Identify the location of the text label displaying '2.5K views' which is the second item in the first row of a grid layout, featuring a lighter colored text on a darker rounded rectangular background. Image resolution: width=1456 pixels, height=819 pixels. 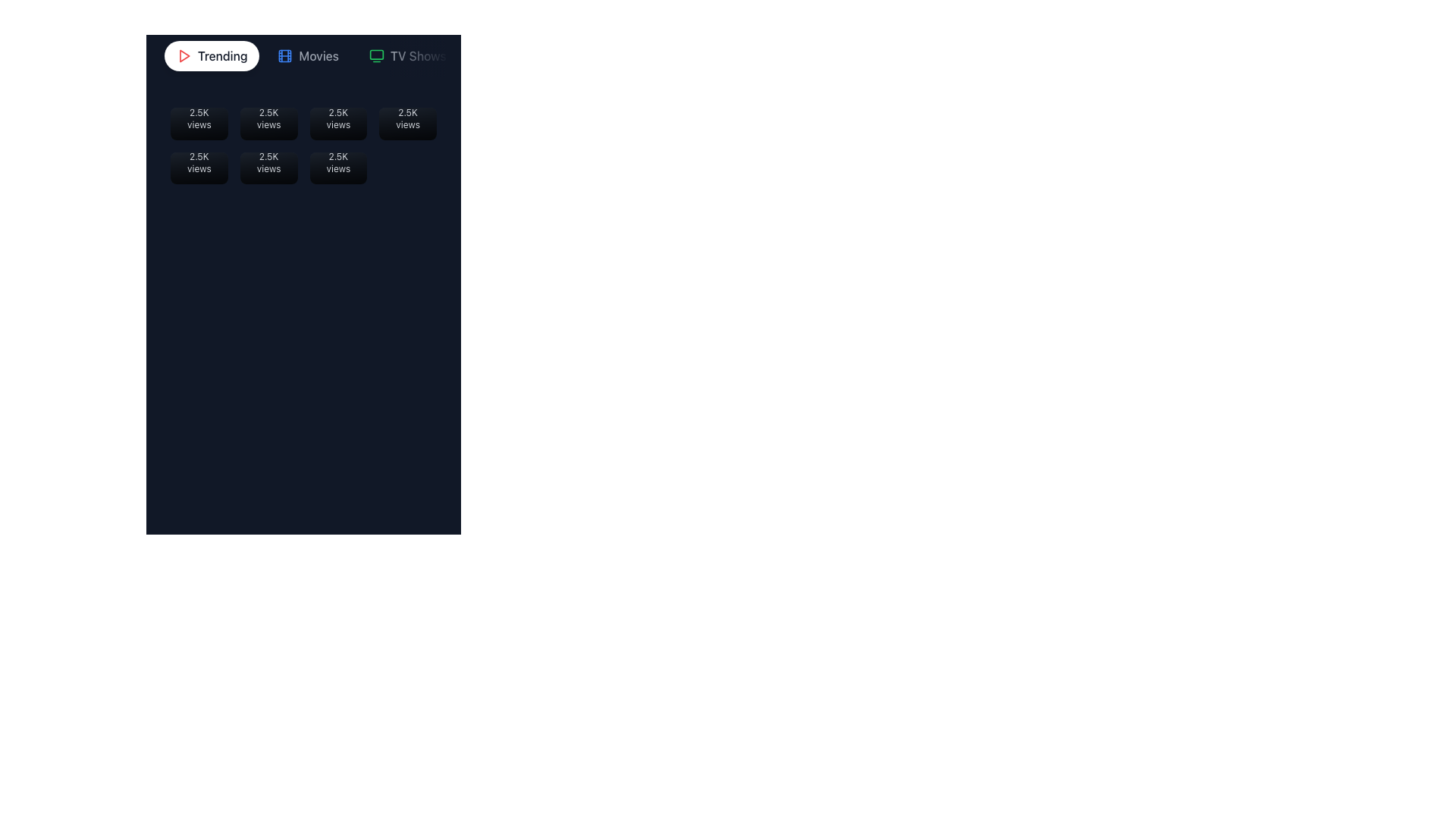
(268, 123).